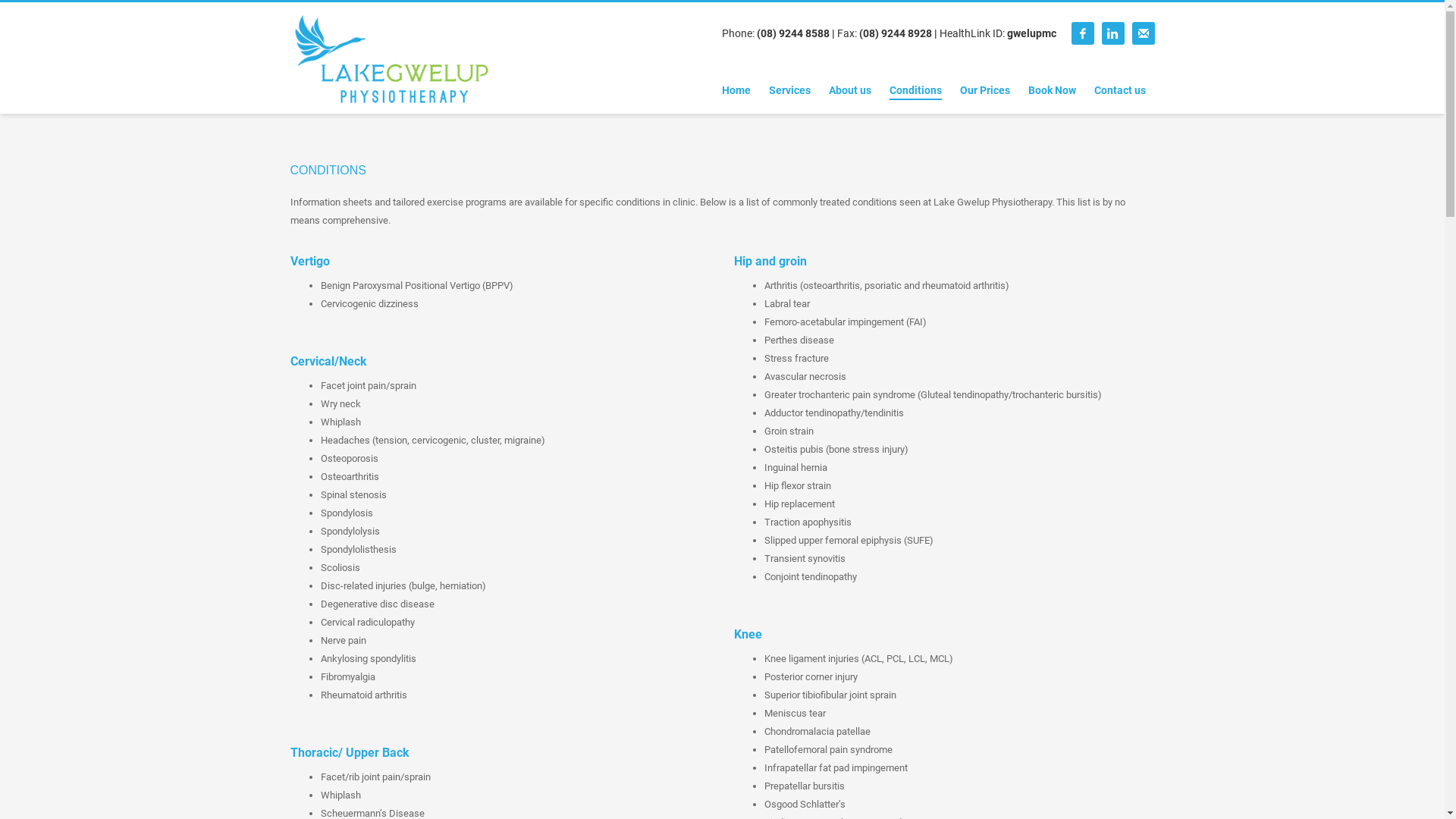 Image resolution: width=1456 pixels, height=819 pixels. Describe the element at coordinates (720, 33) in the screenshot. I see `'Phone: (08) 9244 8588'` at that location.